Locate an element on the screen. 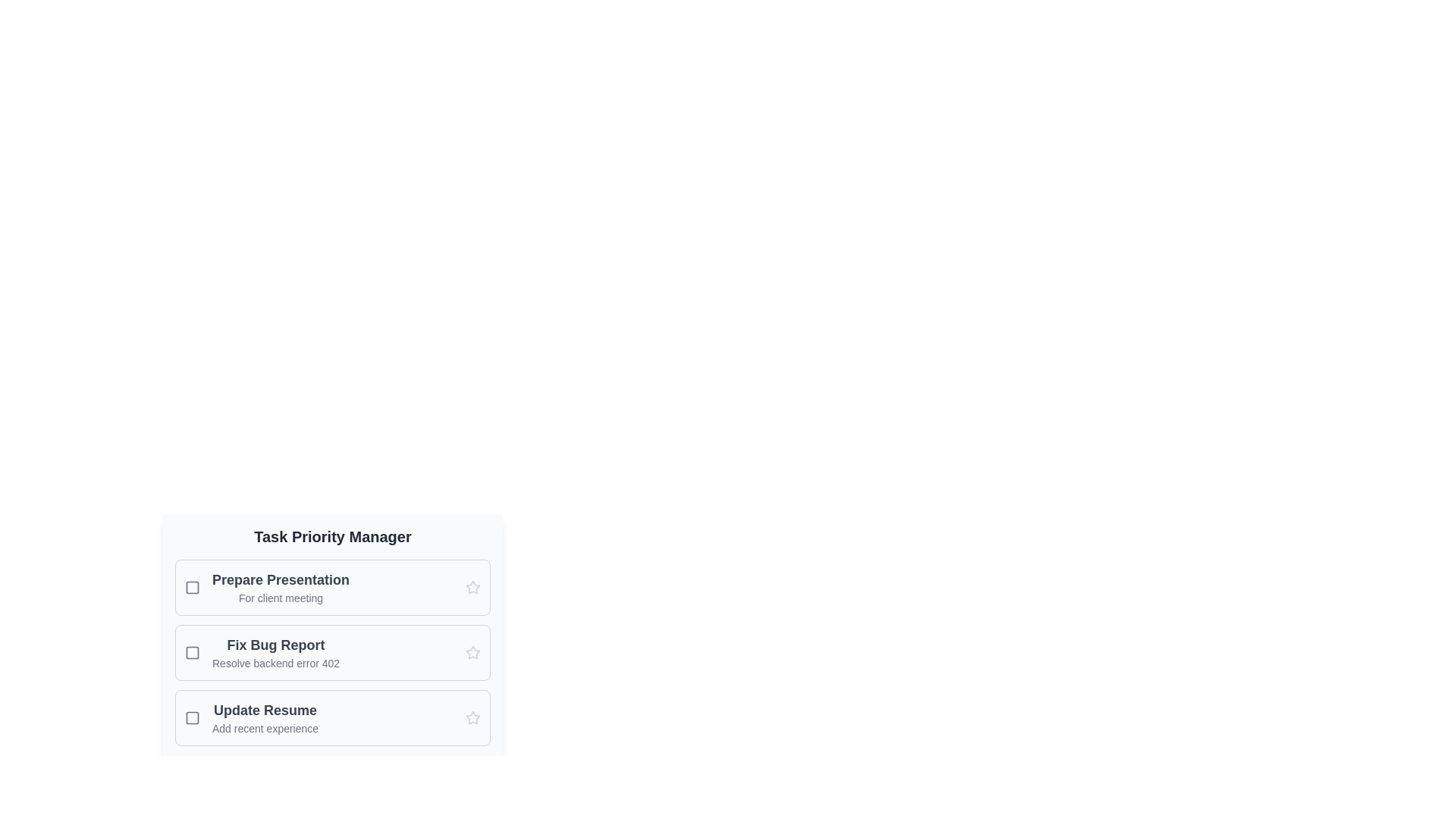 The height and width of the screenshot is (819, 1456). the star icon located at the far right of the 'Update Resume' task row is located at coordinates (472, 717).